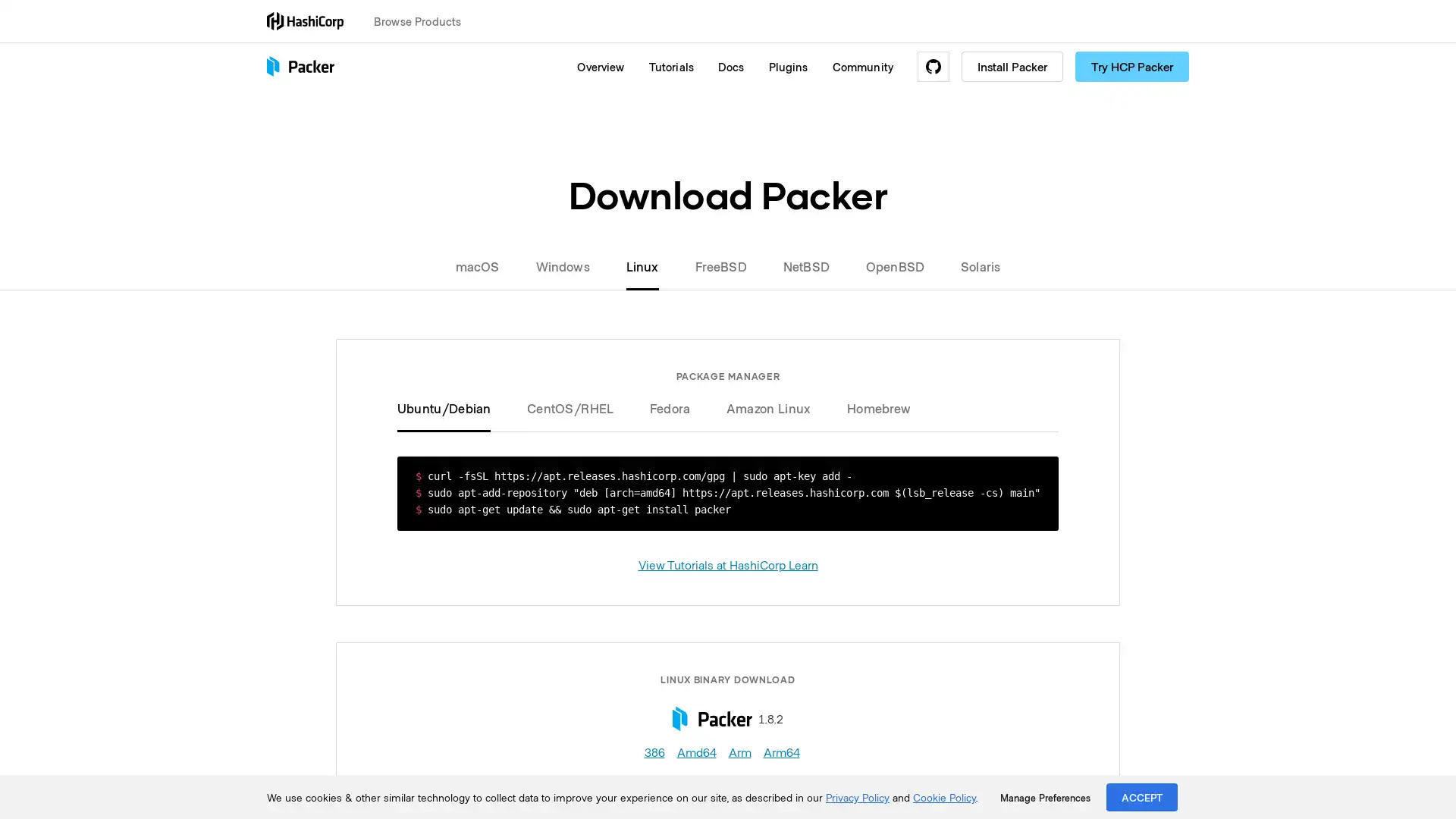  Describe the element at coordinates (561, 265) in the screenshot. I see `Windows` at that location.